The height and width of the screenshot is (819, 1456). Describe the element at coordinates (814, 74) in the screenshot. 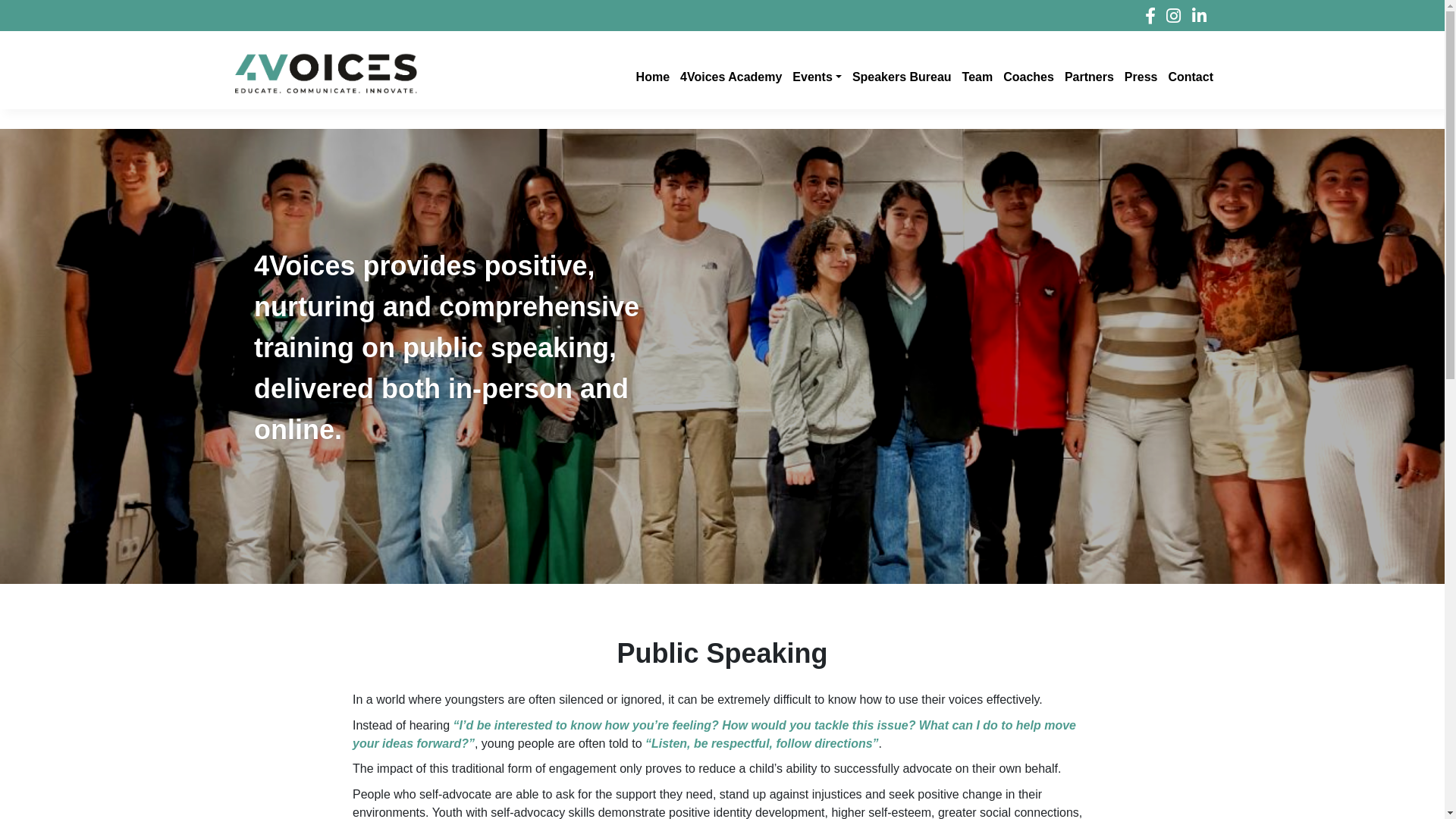

I see `'Events'` at that location.